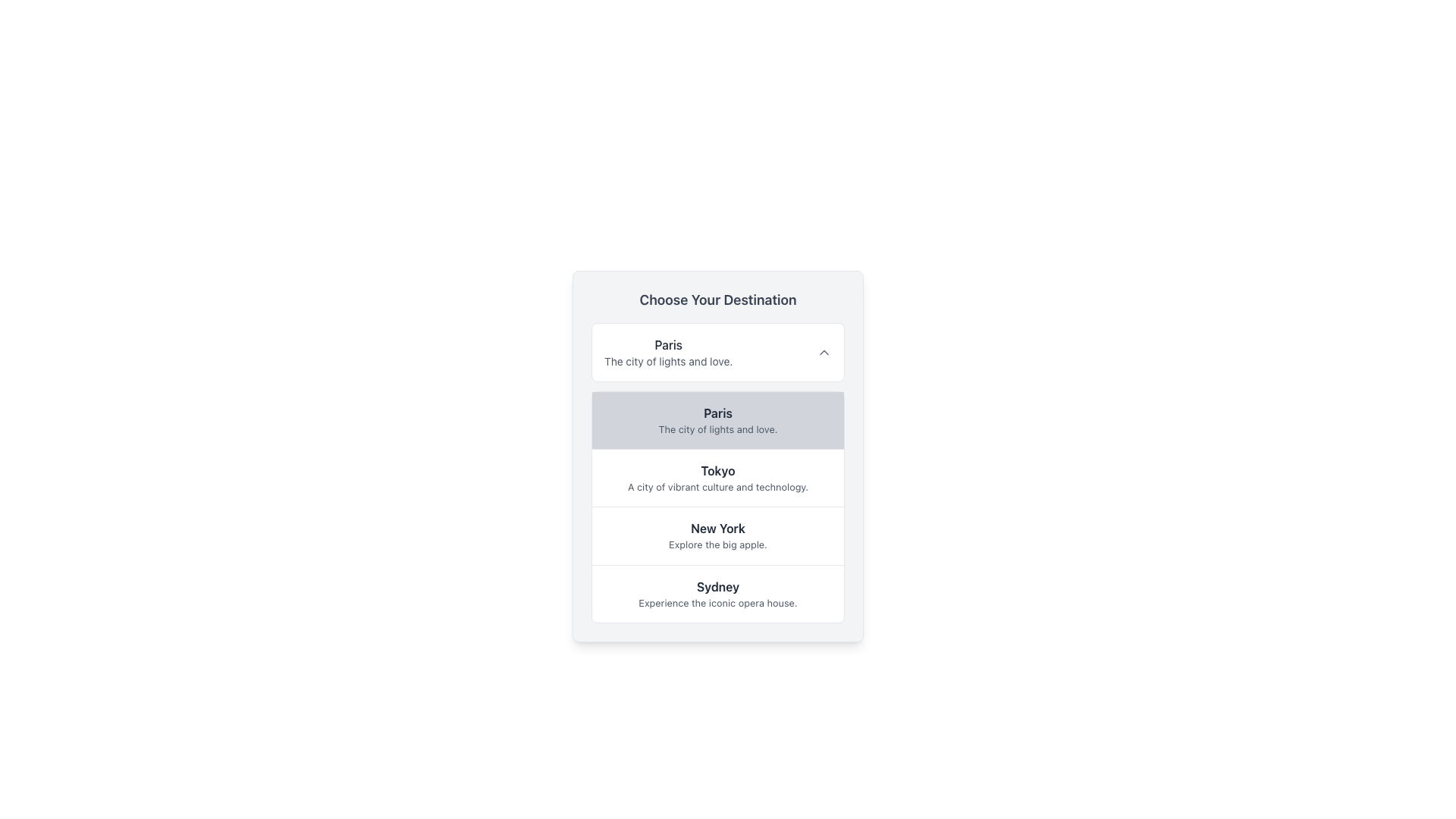 This screenshot has width=1456, height=819. I want to click on the text label reading 'Sydney' that is styled with a bold font and dark gray color, located at the top of the last card in a vertical list, so click(717, 585).